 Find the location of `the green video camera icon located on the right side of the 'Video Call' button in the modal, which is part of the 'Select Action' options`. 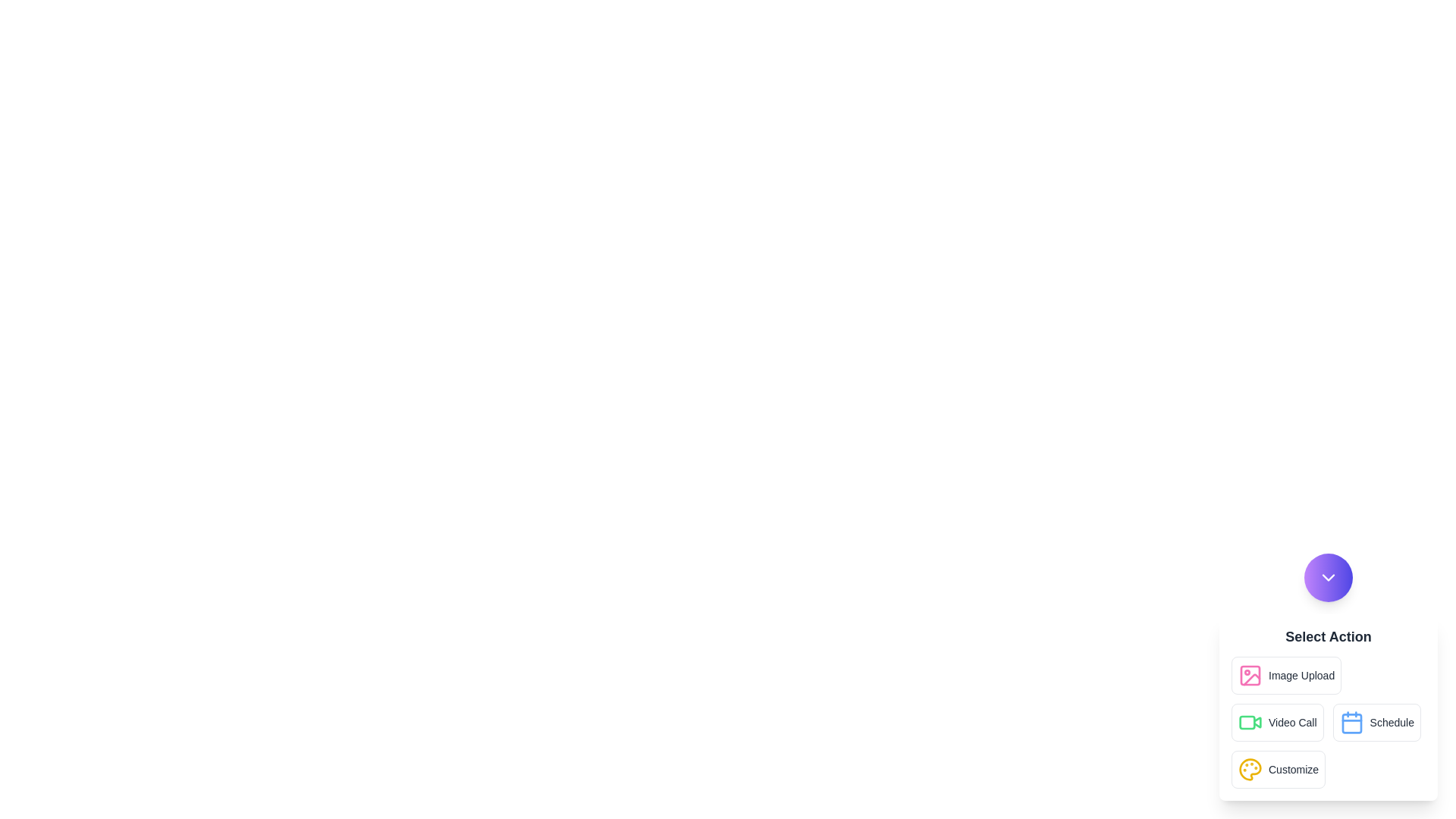

the green video camera icon located on the right side of the 'Video Call' button in the modal, which is part of the 'Select Action' options is located at coordinates (1250, 721).